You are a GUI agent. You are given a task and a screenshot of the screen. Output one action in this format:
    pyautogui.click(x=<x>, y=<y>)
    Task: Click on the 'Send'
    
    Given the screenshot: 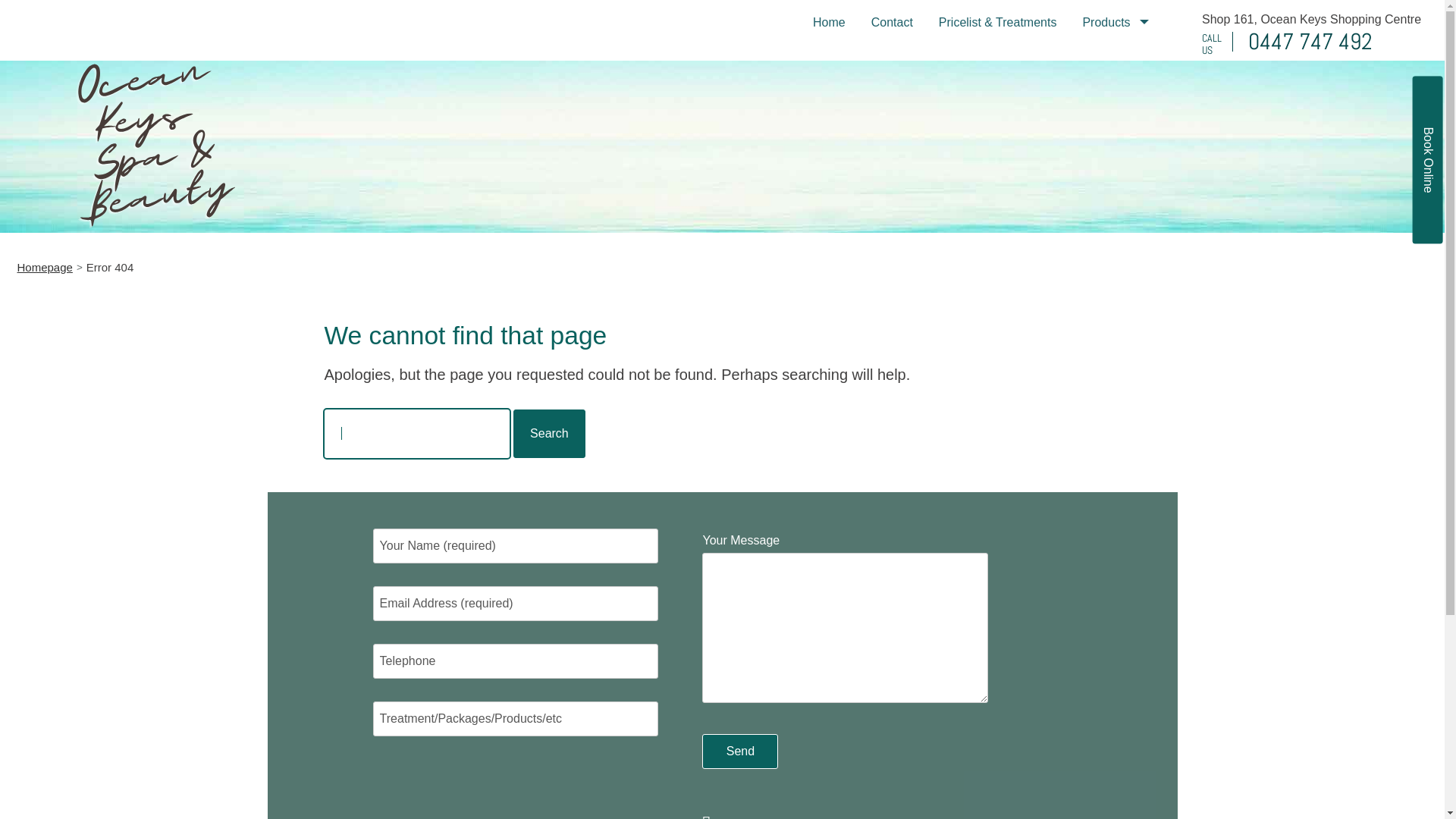 What is the action you would take?
    pyautogui.click(x=739, y=752)
    